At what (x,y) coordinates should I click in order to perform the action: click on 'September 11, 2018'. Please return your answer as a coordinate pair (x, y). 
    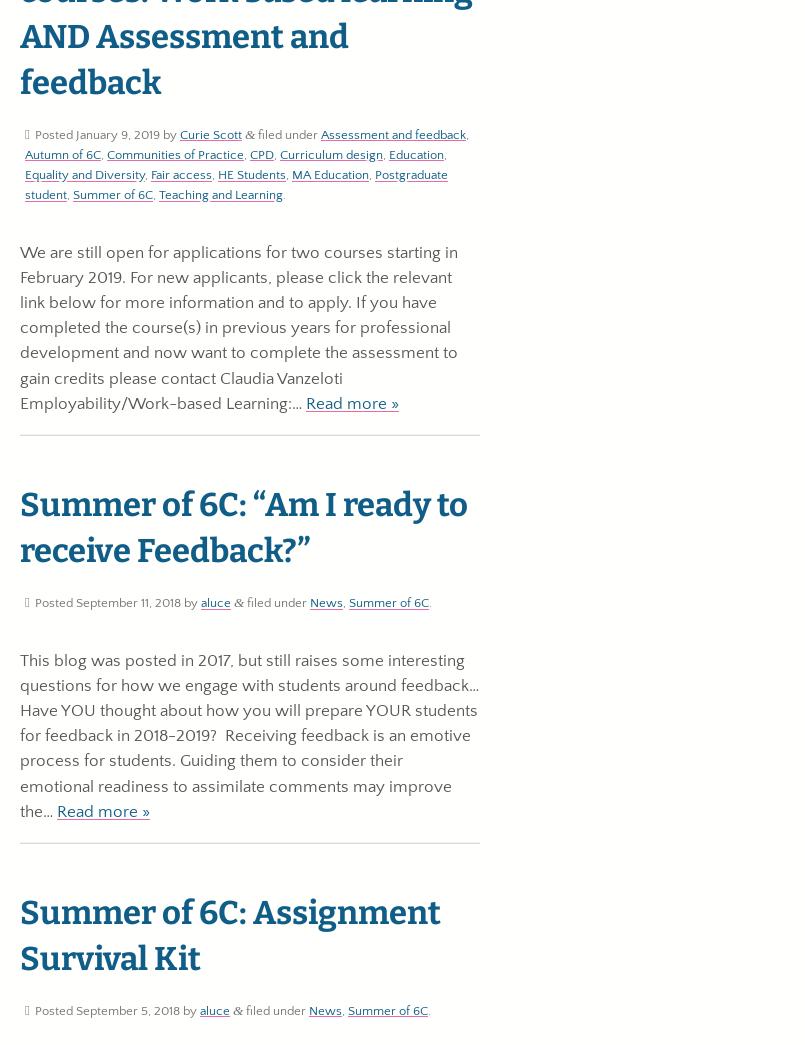
    Looking at the image, I should click on (127, 601).